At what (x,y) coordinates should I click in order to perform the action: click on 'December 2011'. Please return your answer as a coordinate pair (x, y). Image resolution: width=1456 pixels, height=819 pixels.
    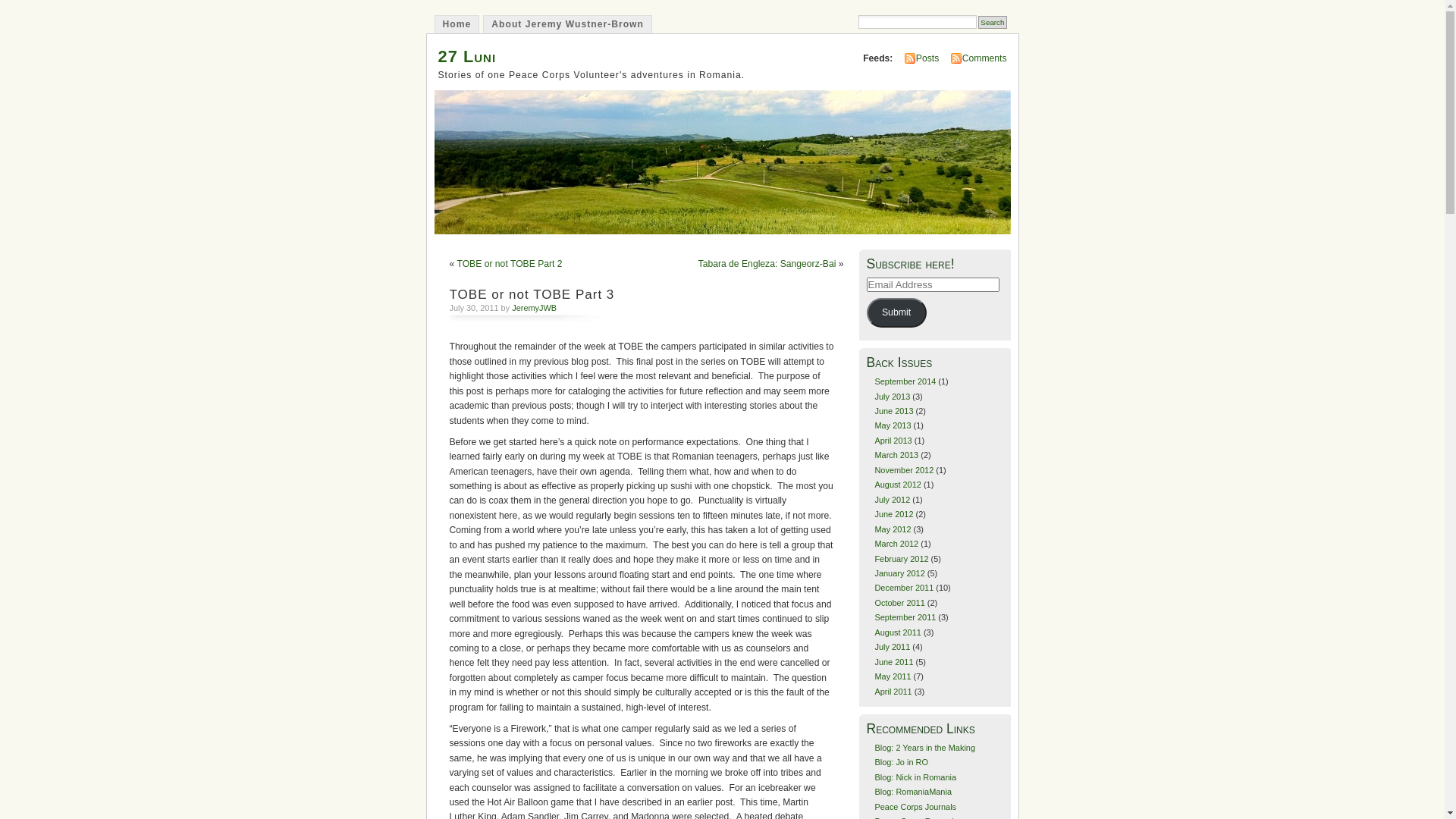
    Looking at the image, I should click on (874, 587).